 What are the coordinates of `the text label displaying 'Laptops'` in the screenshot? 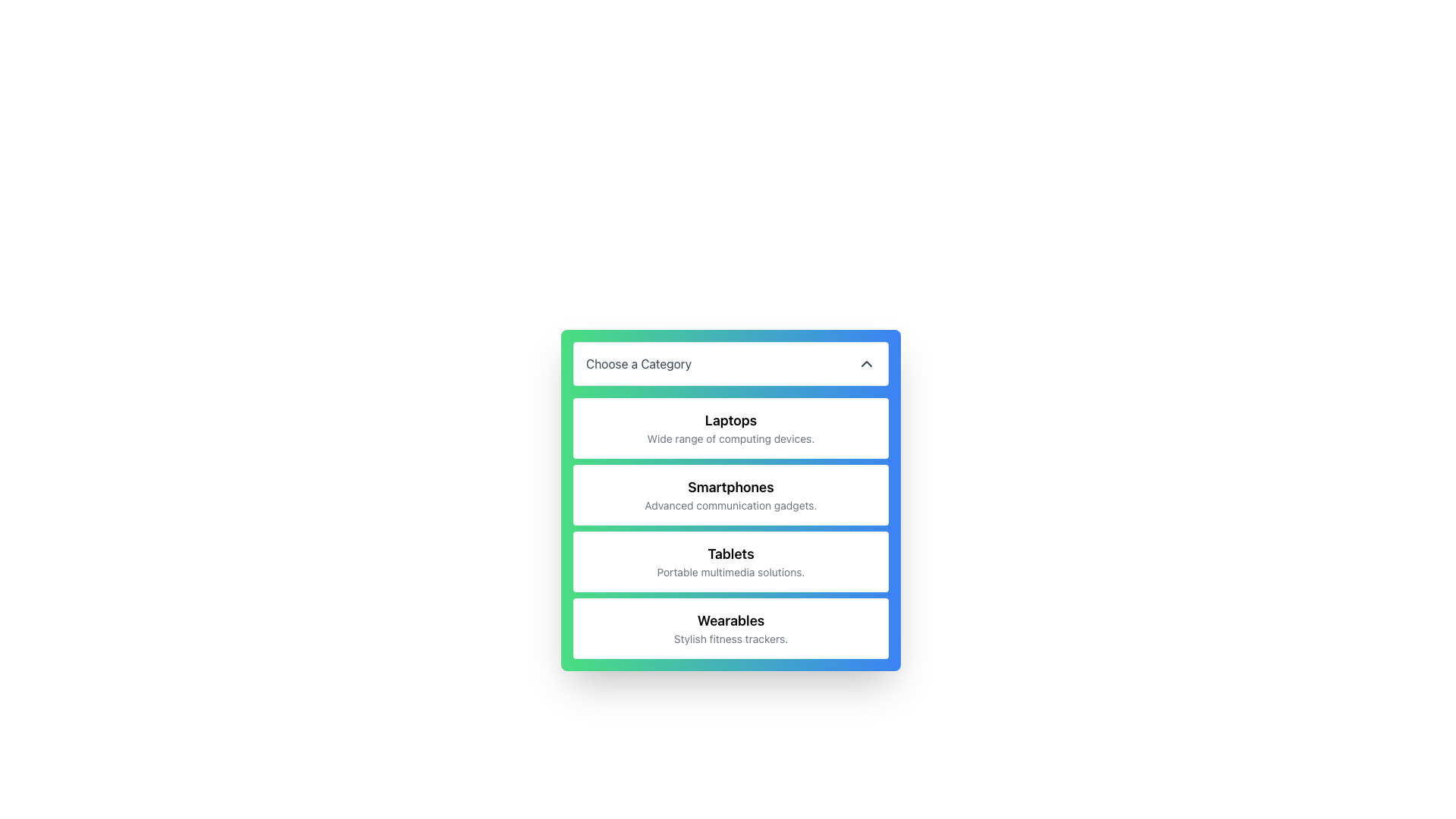 It's located at (731, 421).